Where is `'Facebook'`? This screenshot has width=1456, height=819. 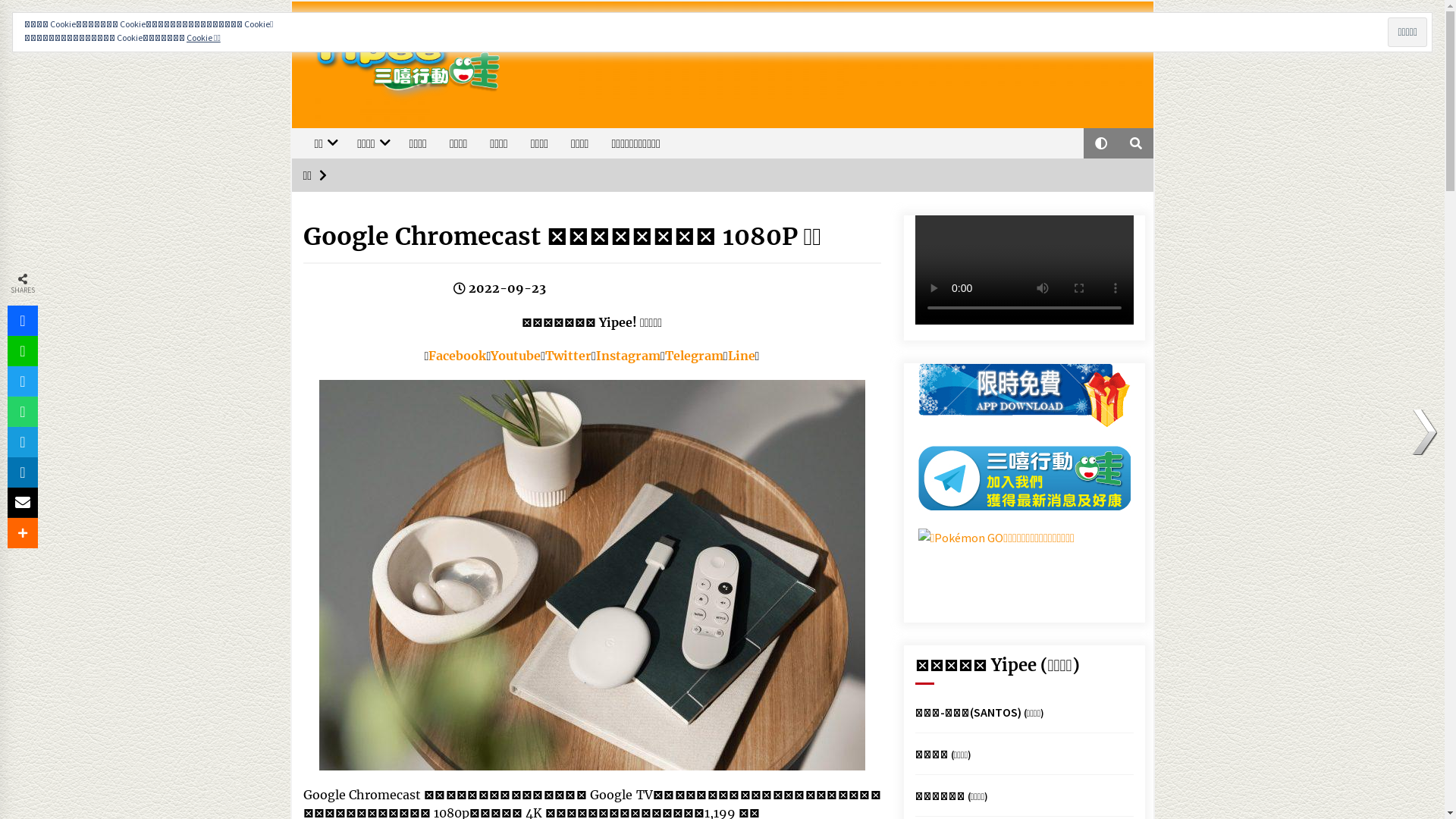 'Facebook' is located at coordinates (457, 356).